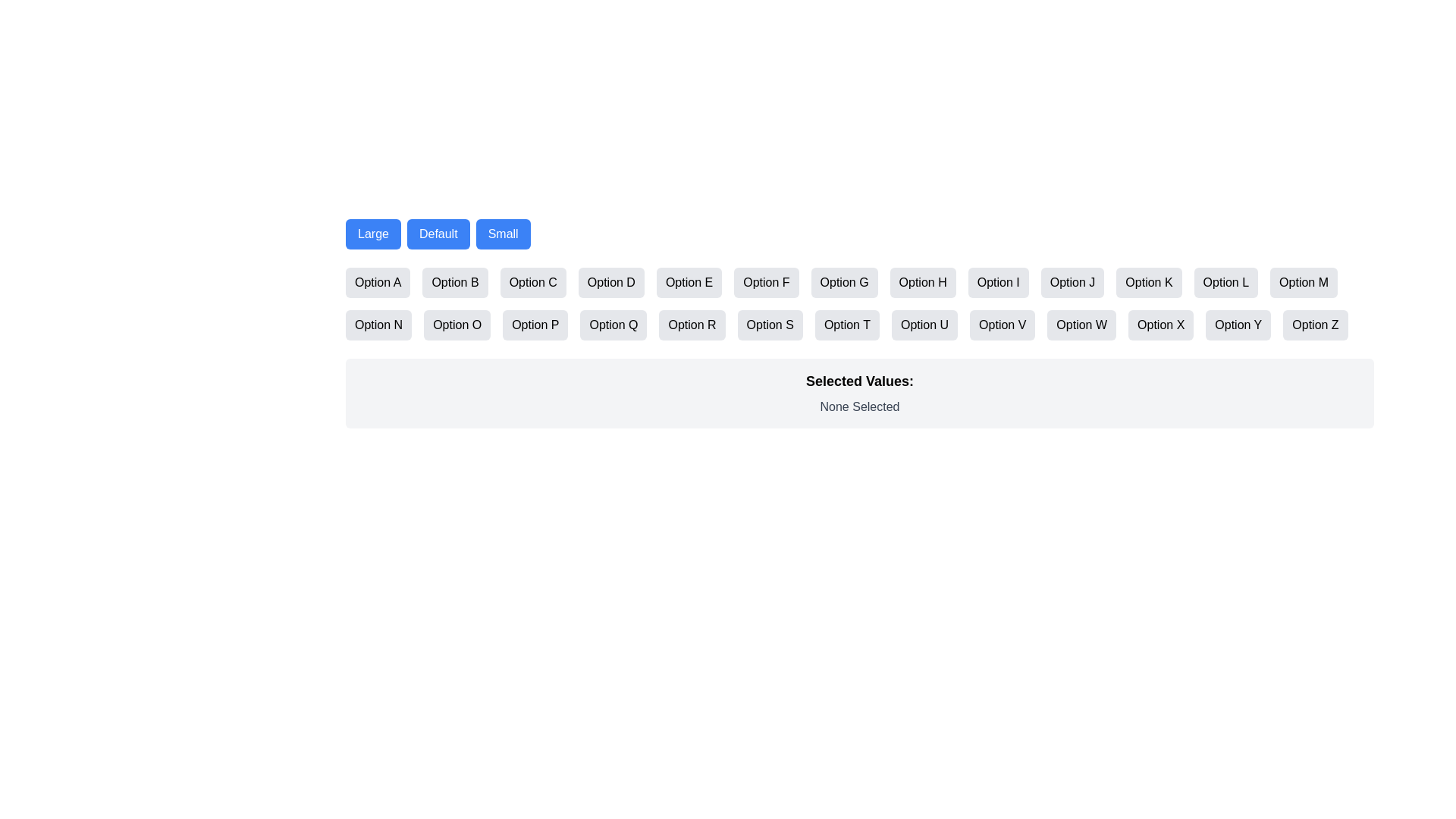 The height and width of the screenshot is (819, 1456). What do you see at coordinates (373, 234) in the screenshot?
I see `the 'Large' button located on the upper left side of the interface` at bounding box center [373, 234].